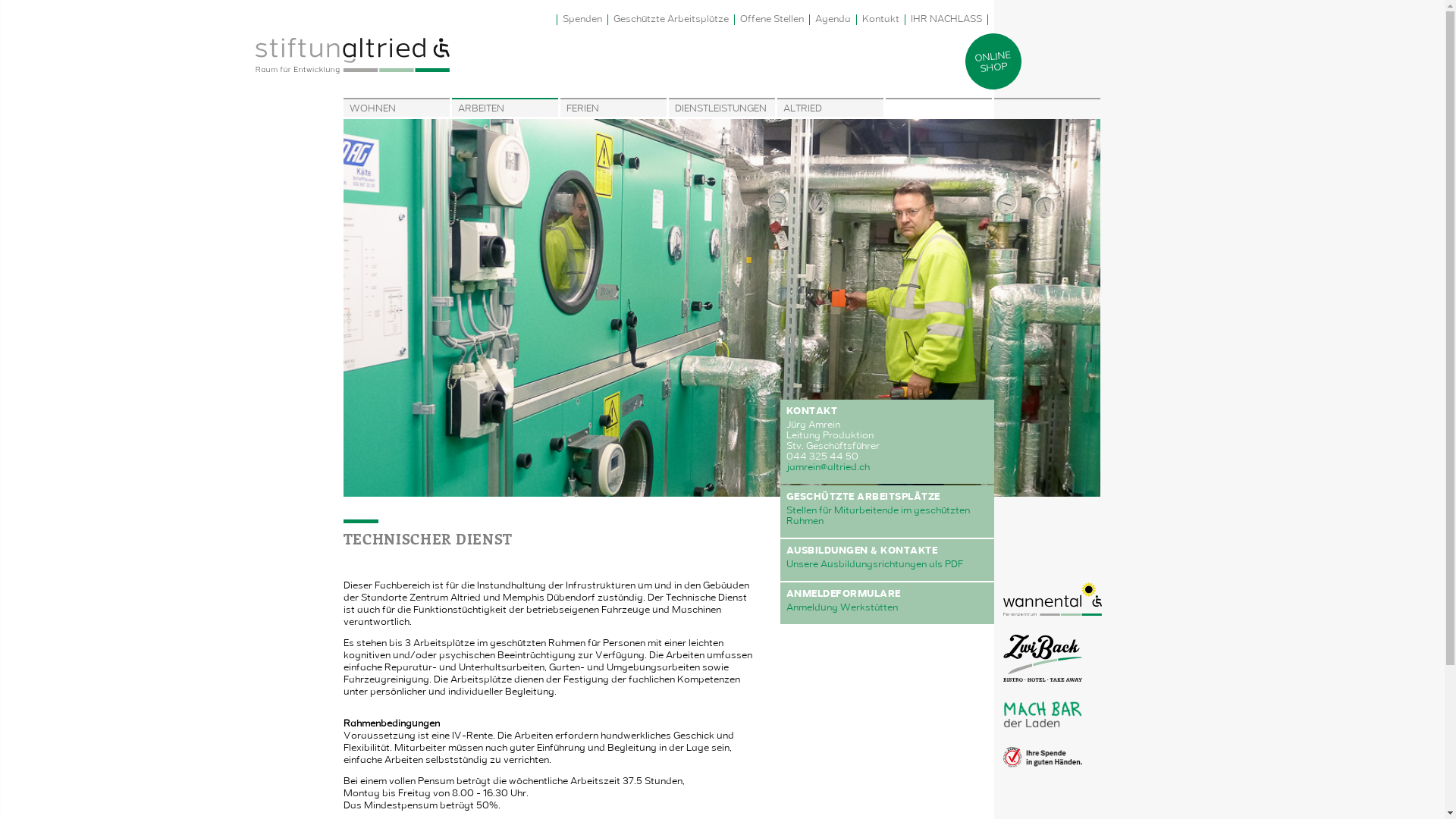  Describe the element at coordinates (505, 108) in the screenshot. I see `'ARBEITEN'` at that location.